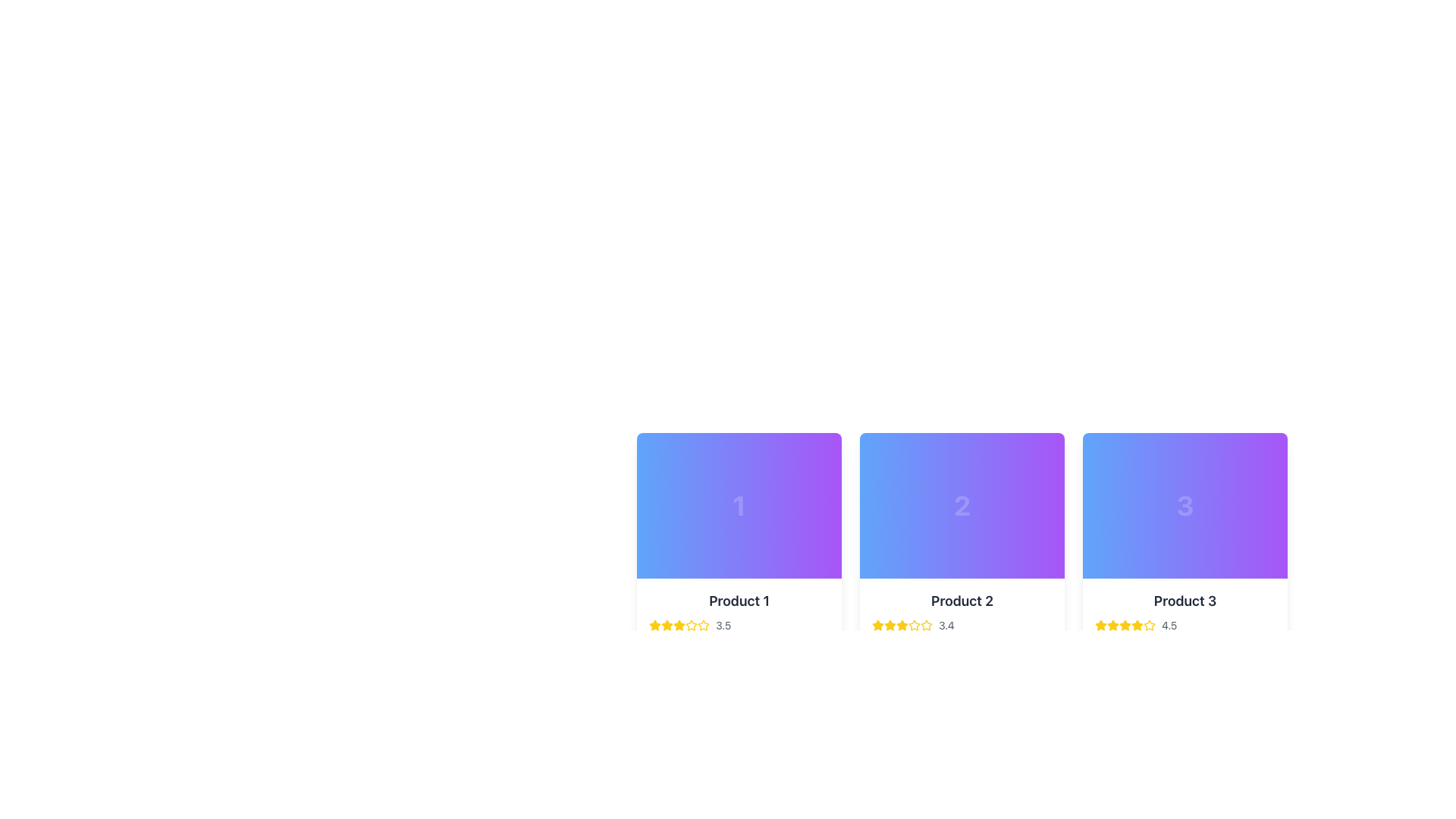  I want to click on the active star in the fourth position of the five-star rating component for 'Product 3', located below the product card, so click(1125, 626).